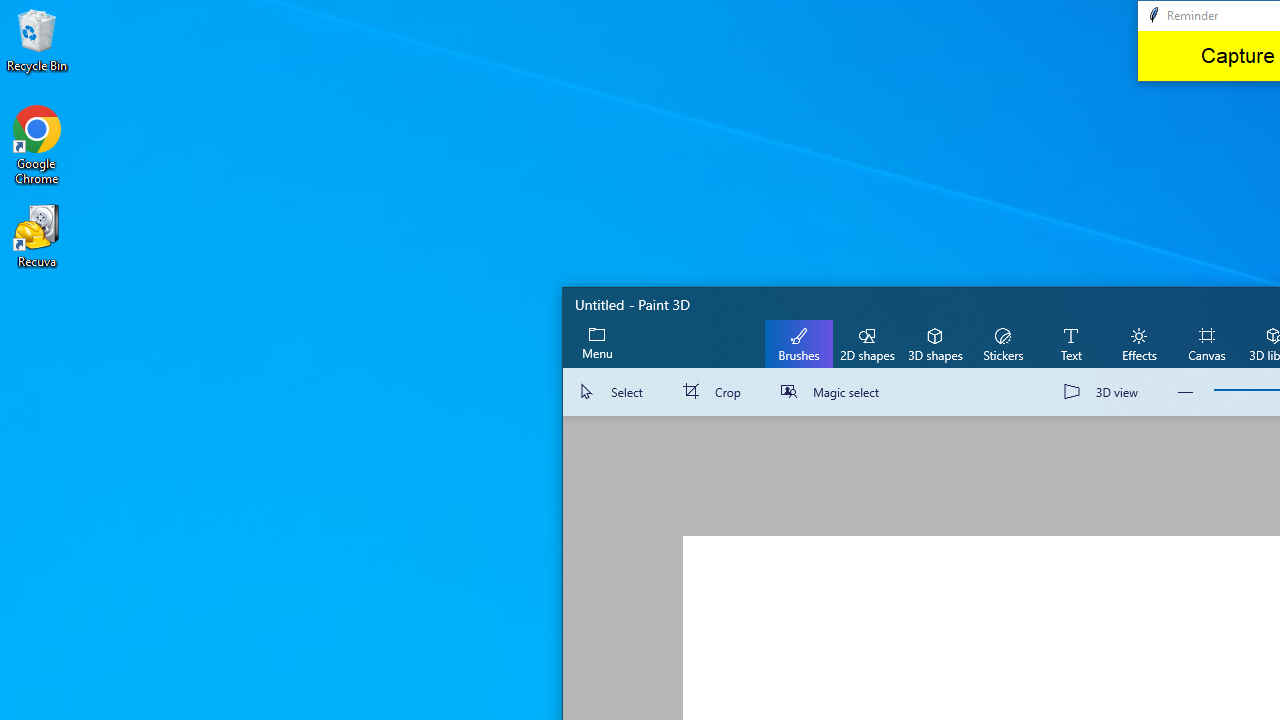  What do you see at coordinates (716, 392) in the screenshot?
I see `'Crop'` at bounding box center [716, 392].